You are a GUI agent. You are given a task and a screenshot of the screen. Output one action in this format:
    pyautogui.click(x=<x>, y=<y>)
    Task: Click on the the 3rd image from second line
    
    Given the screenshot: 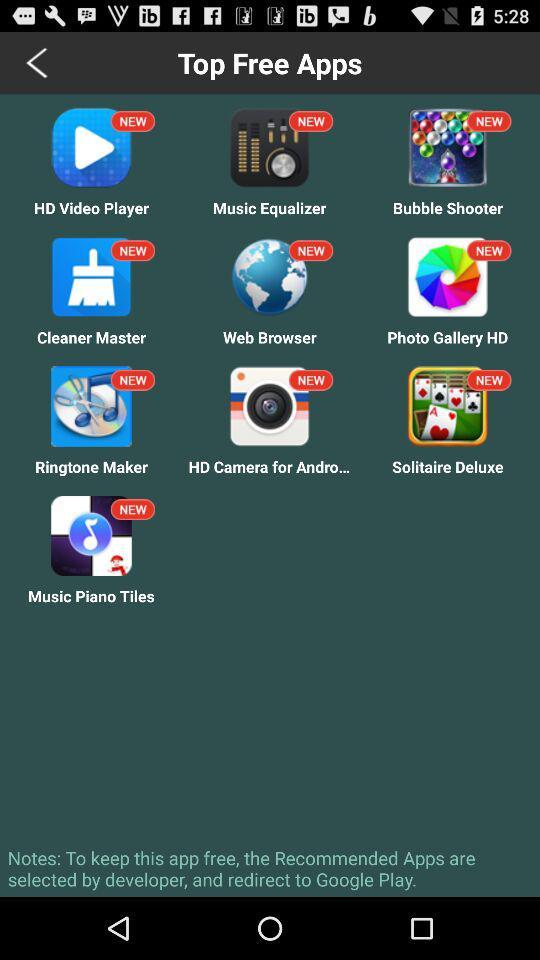 What is the action you would take?
    pyautogui.click(x=447, y=275)
    